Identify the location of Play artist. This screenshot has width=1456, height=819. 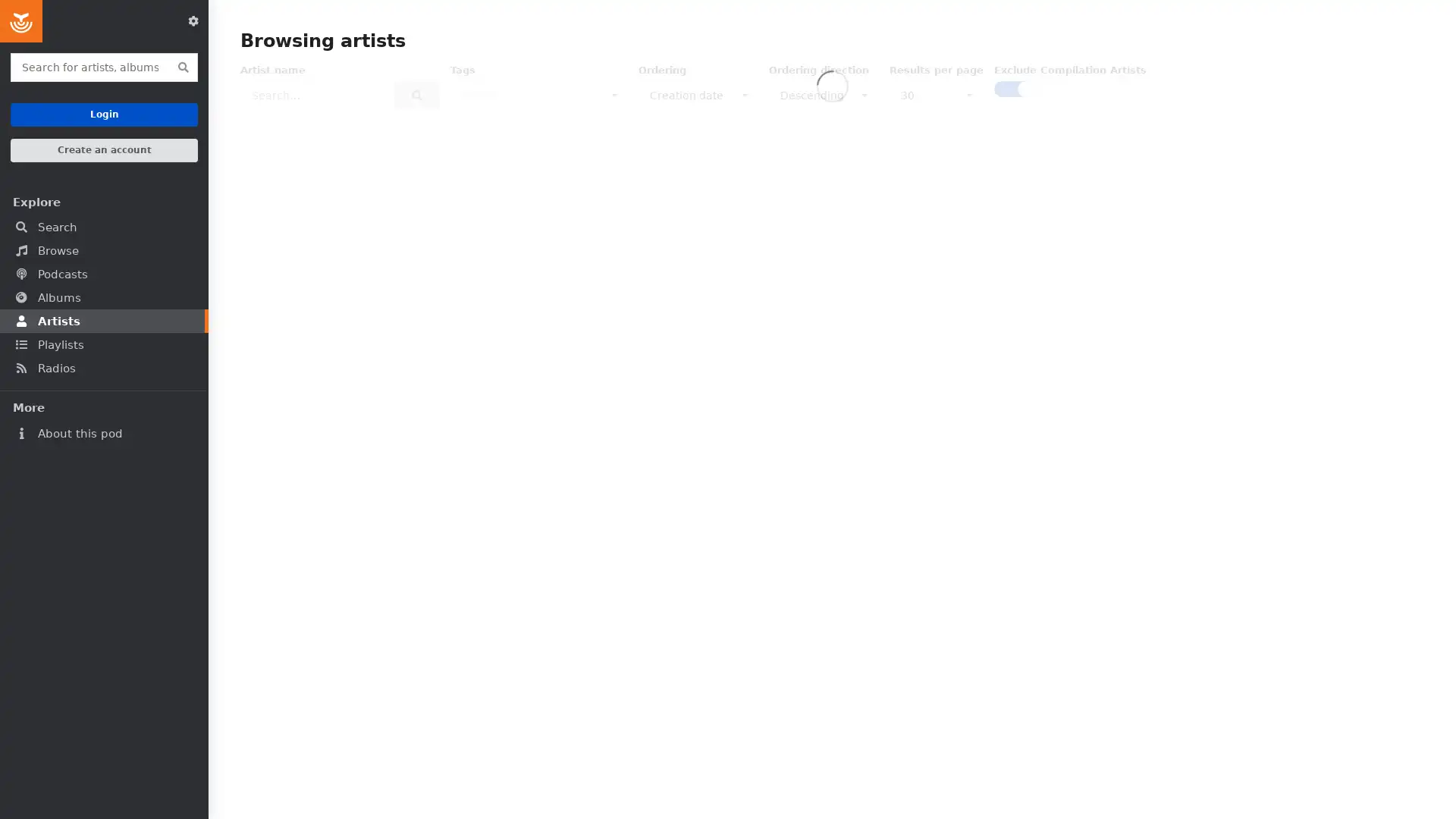
(695, 259).